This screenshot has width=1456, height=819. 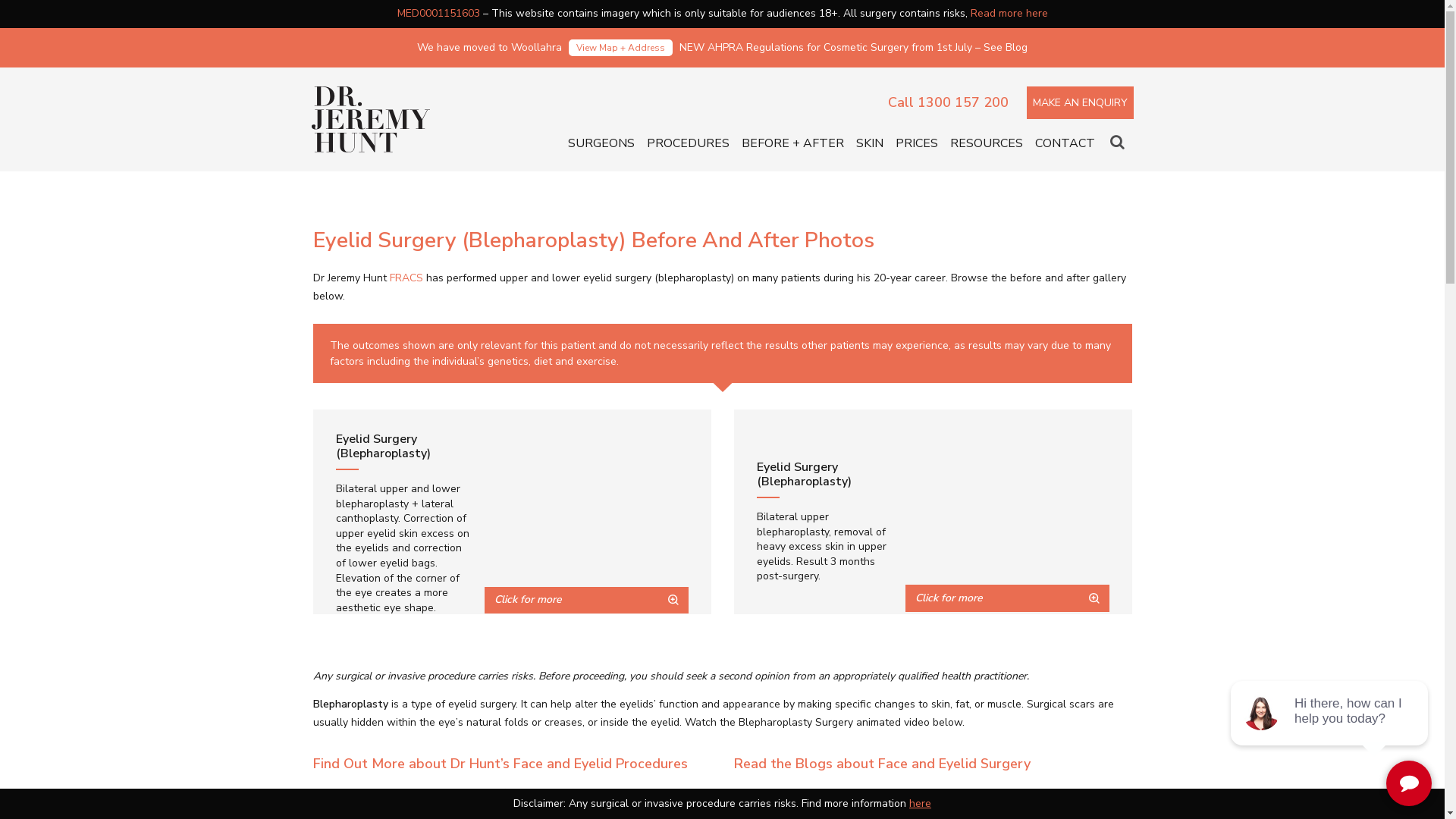 What do you see at coordinates (946, 102) in the screenshot?
I see `'Call 1300 157 200'` at bounding box center [946, 102].